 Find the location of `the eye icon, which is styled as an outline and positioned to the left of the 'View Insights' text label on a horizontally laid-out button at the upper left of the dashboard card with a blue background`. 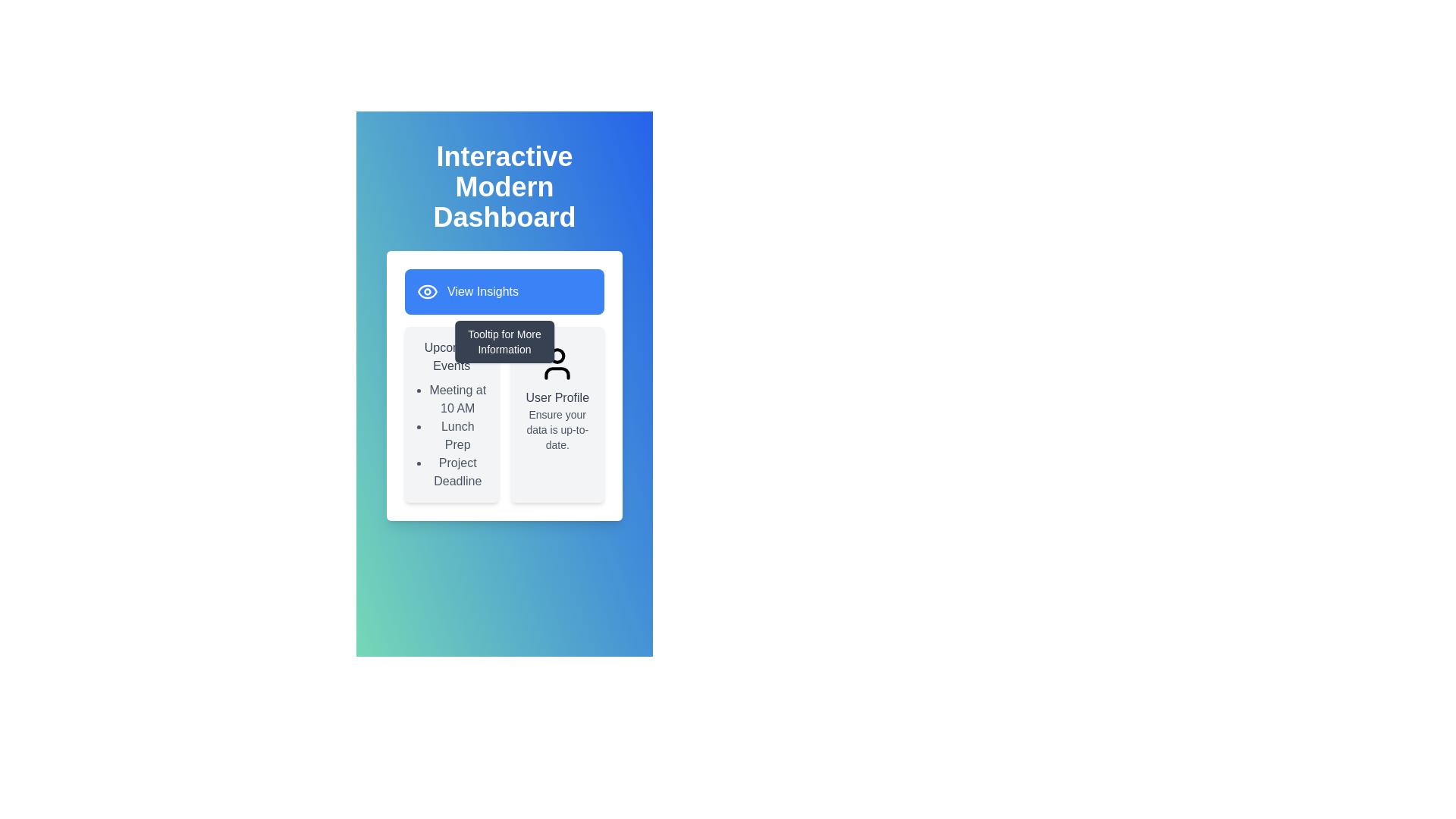

the eye icon, which is styled as an outline and positioned to the left of the 'View Insights' text label on a horizontally laid-out button at the upper left of the dashboard card with a blue background is located at coordinates (427, 292).